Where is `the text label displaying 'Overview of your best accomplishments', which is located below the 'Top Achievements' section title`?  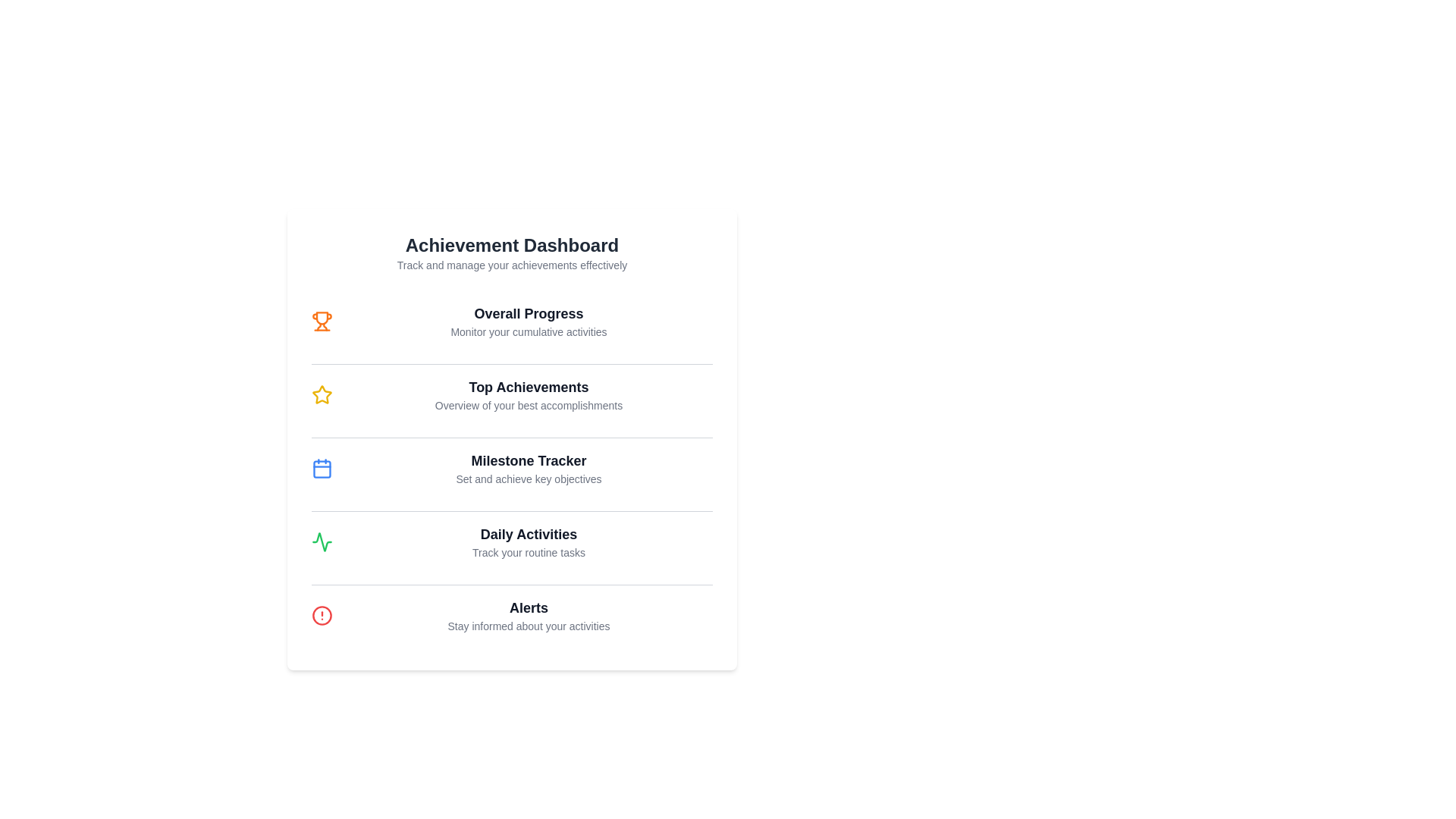
the text label displaying 'Overview of your best accomplishments', which is located below the 'Top Achievements' section title is located at coordinates (529, 405).